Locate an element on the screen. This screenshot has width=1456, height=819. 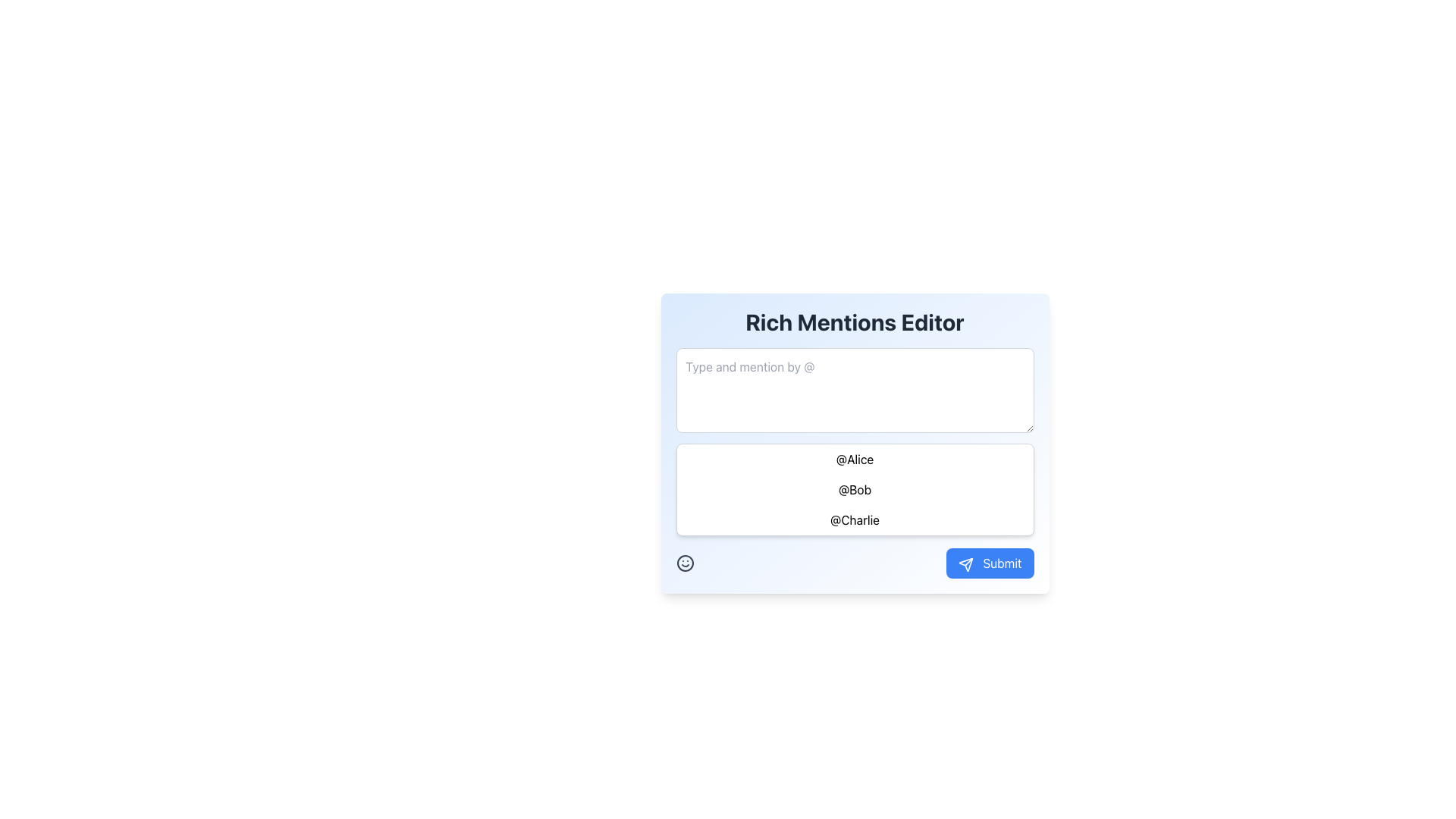
the circular graphic shape with a black outline located in the bottom-left corner of the smiling face icon within the SVG element is located at coordinates (684, 563).